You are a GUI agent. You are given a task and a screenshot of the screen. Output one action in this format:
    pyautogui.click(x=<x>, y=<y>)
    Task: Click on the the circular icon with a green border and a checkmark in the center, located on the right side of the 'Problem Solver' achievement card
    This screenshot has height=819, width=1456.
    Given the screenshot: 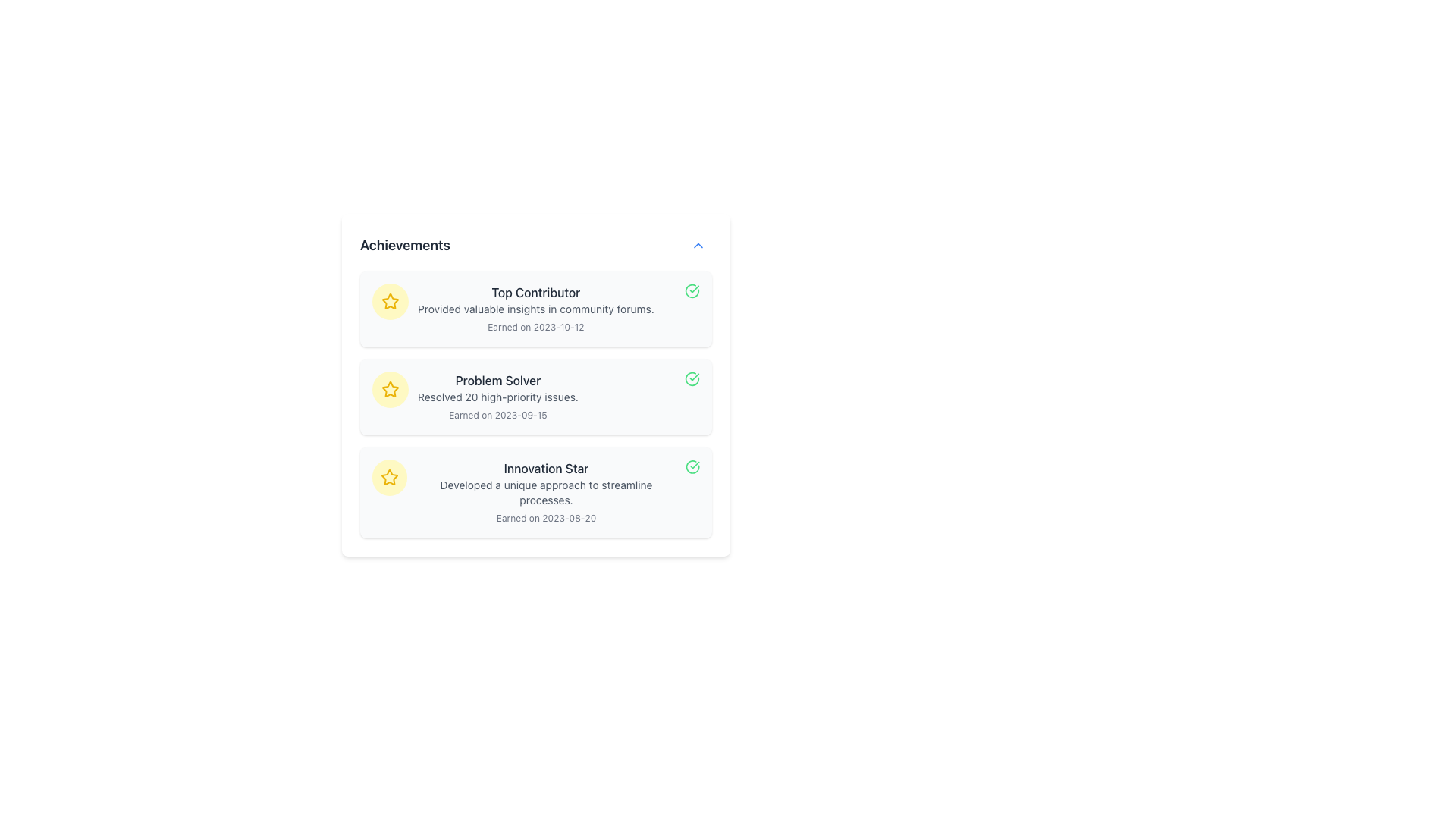 What is the action you would take?
    pyautogui.click(x=691, y=378)
    